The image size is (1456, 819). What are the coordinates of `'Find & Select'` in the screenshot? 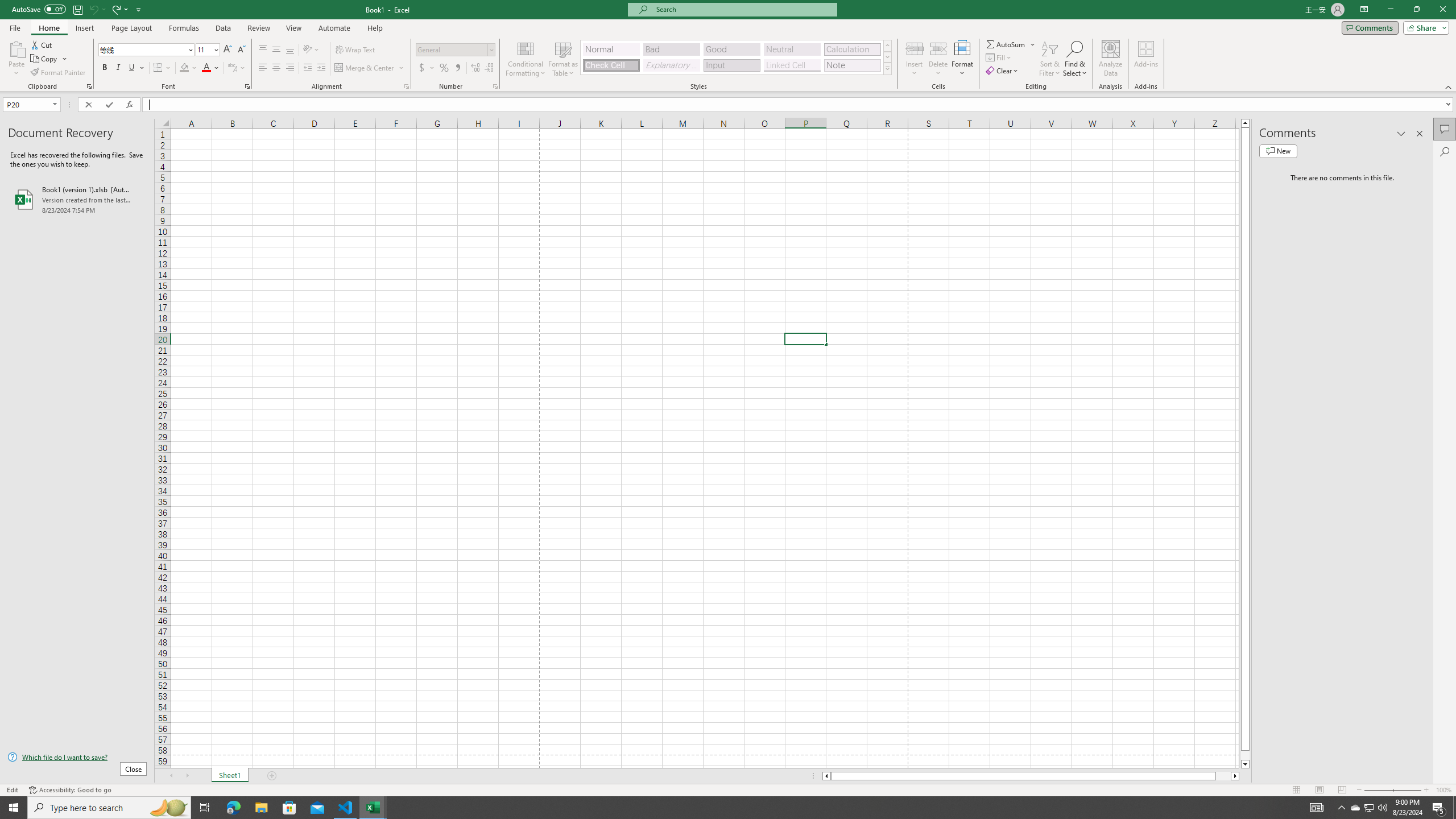 It's located at (1075, 59).